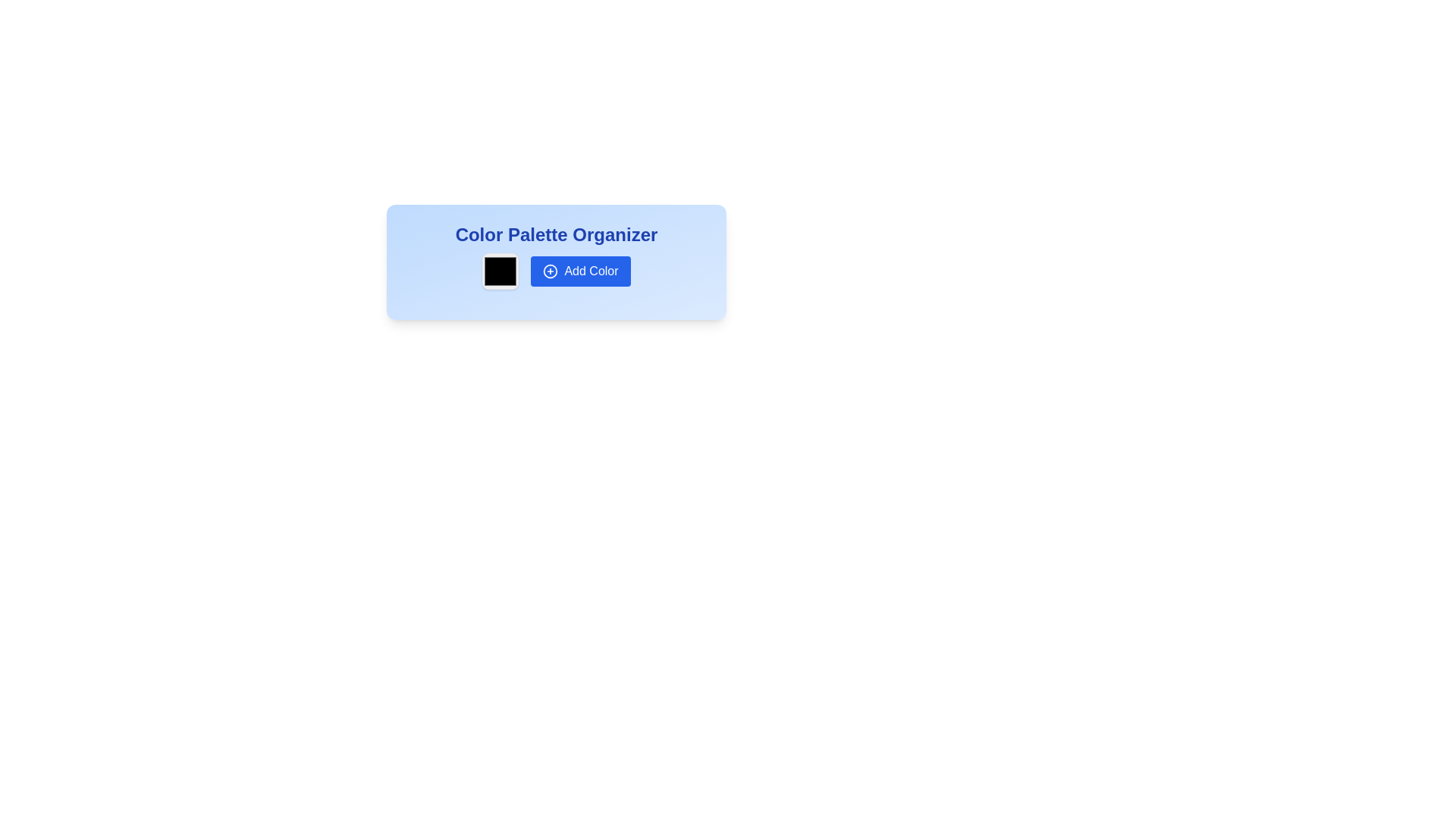  Describe the element at coordinates (550, 271) in the screenshot. I see `the circular SVG element that serves as the centerpiece of the icon adjacent to the 'Add Color' button` at that location.